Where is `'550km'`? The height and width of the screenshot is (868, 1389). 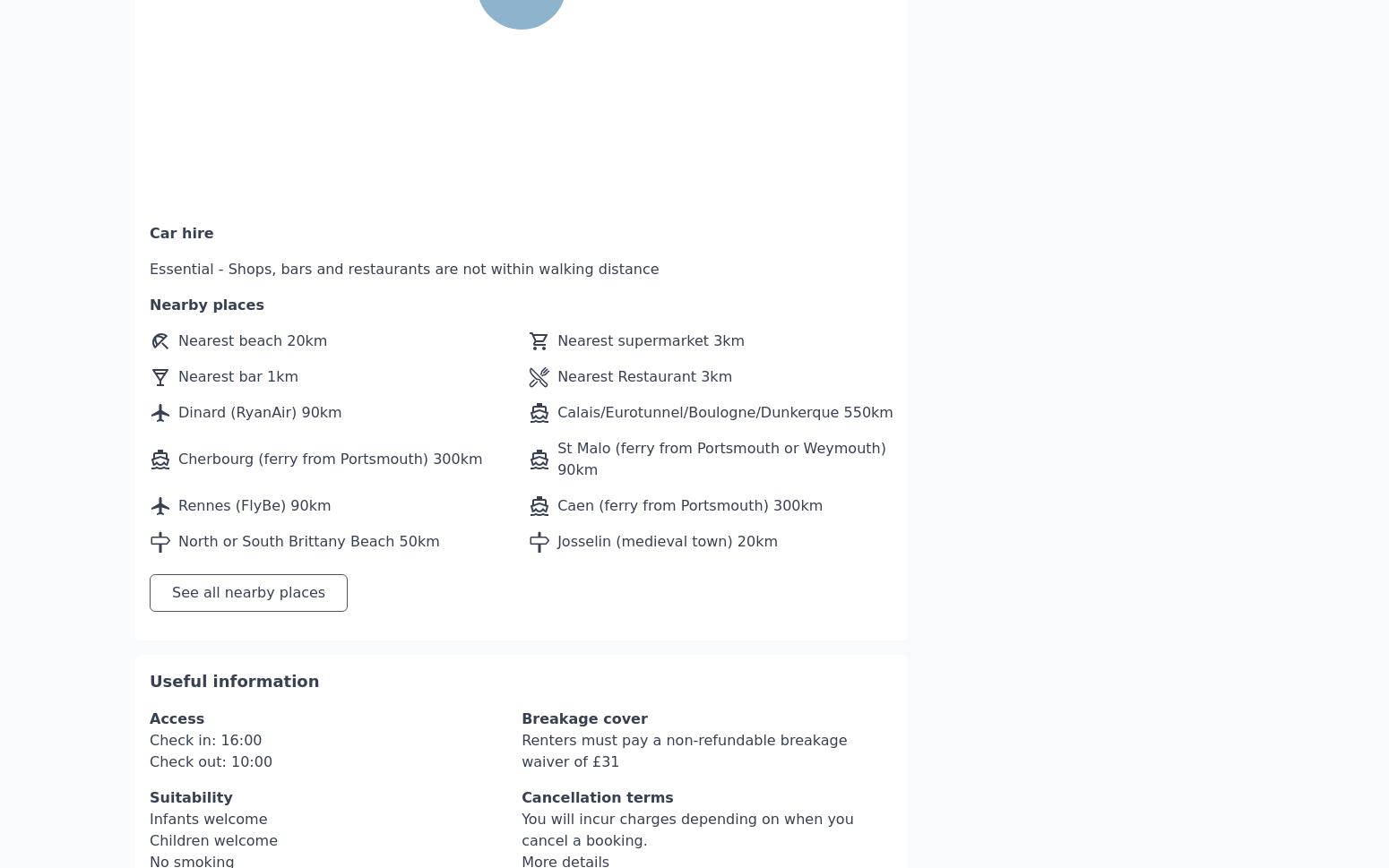
'550km' is located at coordinates (867, 357).